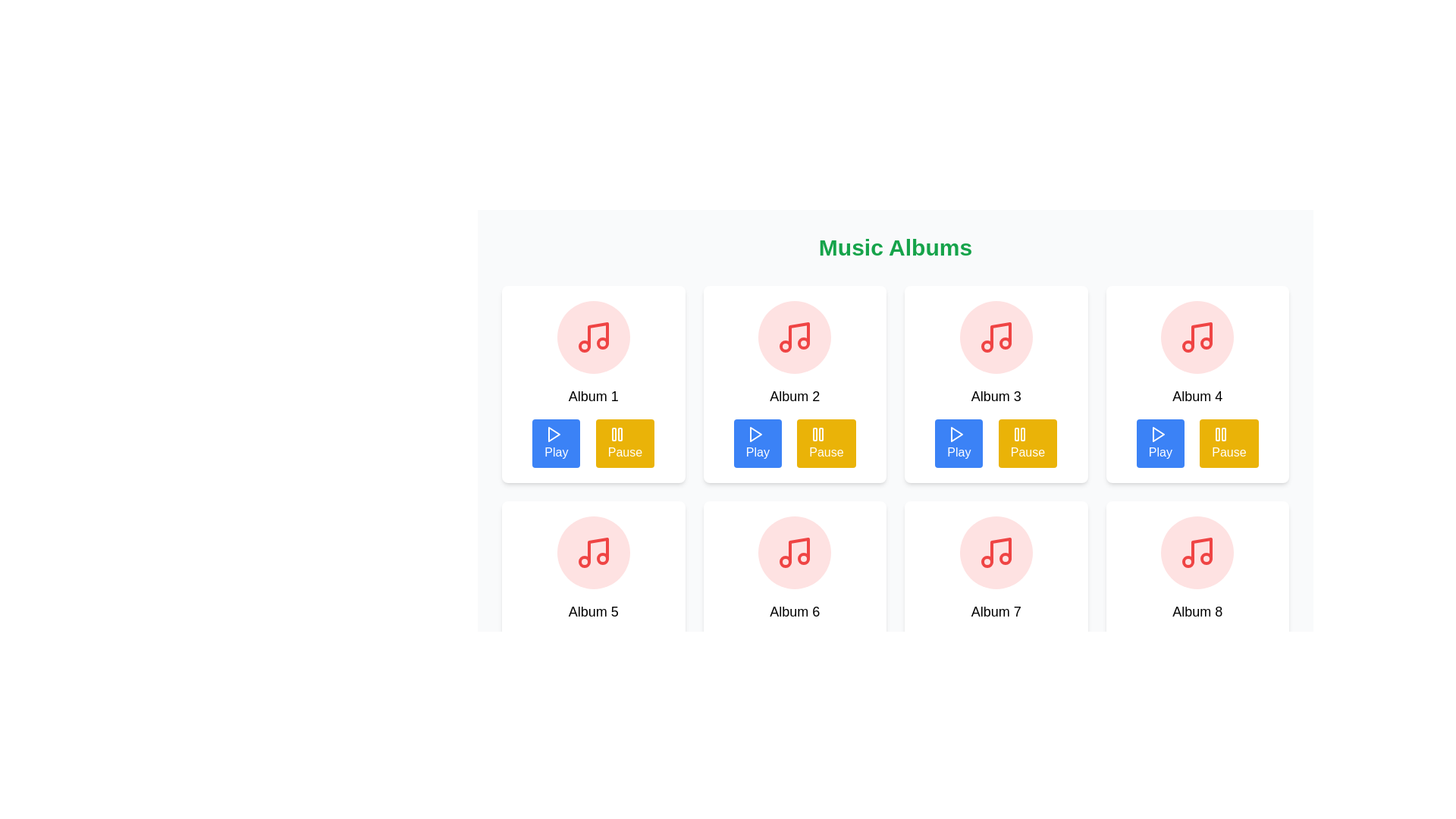  I want to click on the triangular play button in the second album card (Album 2), so click(755, 435).